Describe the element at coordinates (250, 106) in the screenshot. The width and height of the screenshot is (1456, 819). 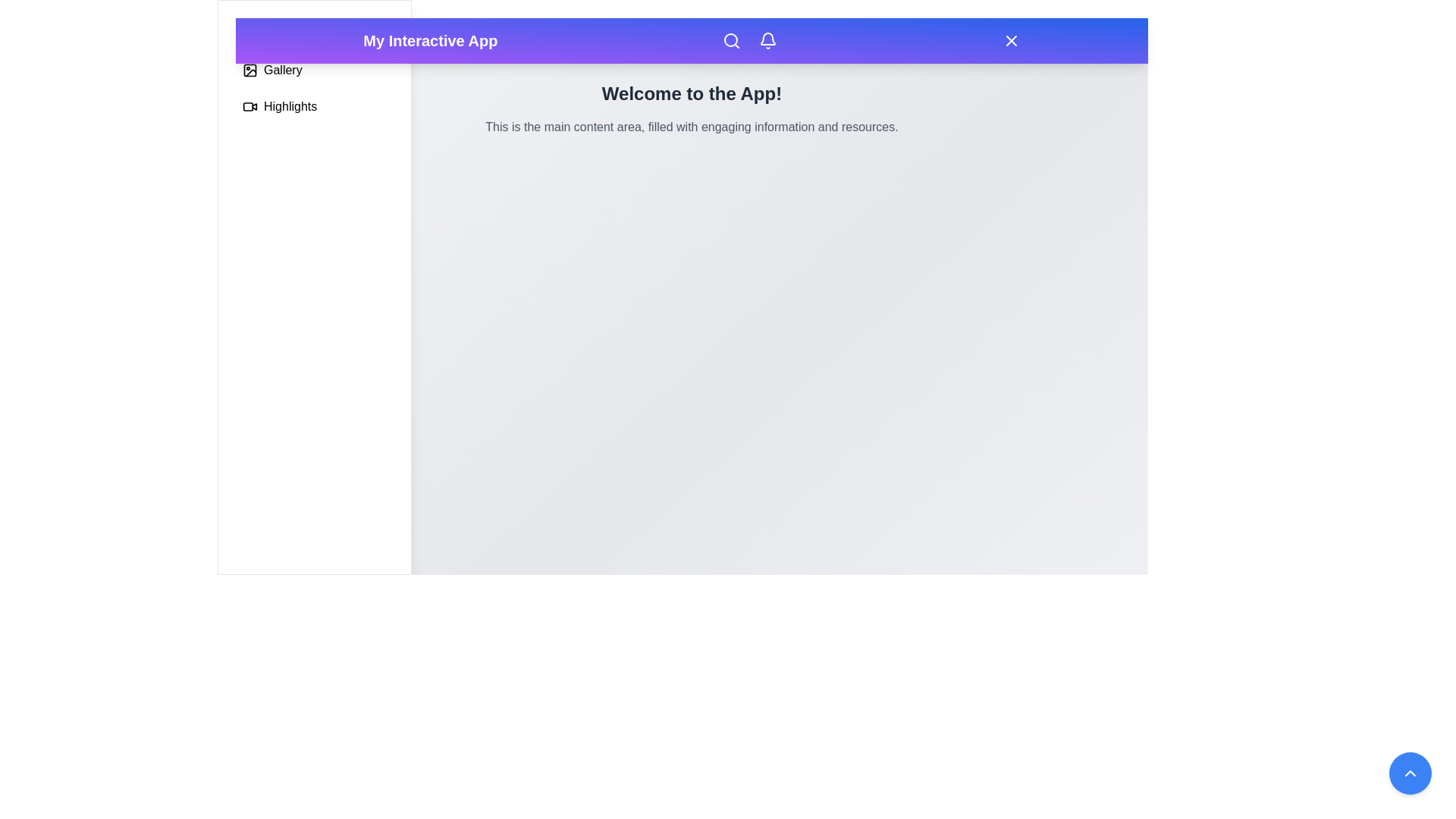
I see `the small video camera icon located in the sidebar next to the text 'Highlights'` at that location.